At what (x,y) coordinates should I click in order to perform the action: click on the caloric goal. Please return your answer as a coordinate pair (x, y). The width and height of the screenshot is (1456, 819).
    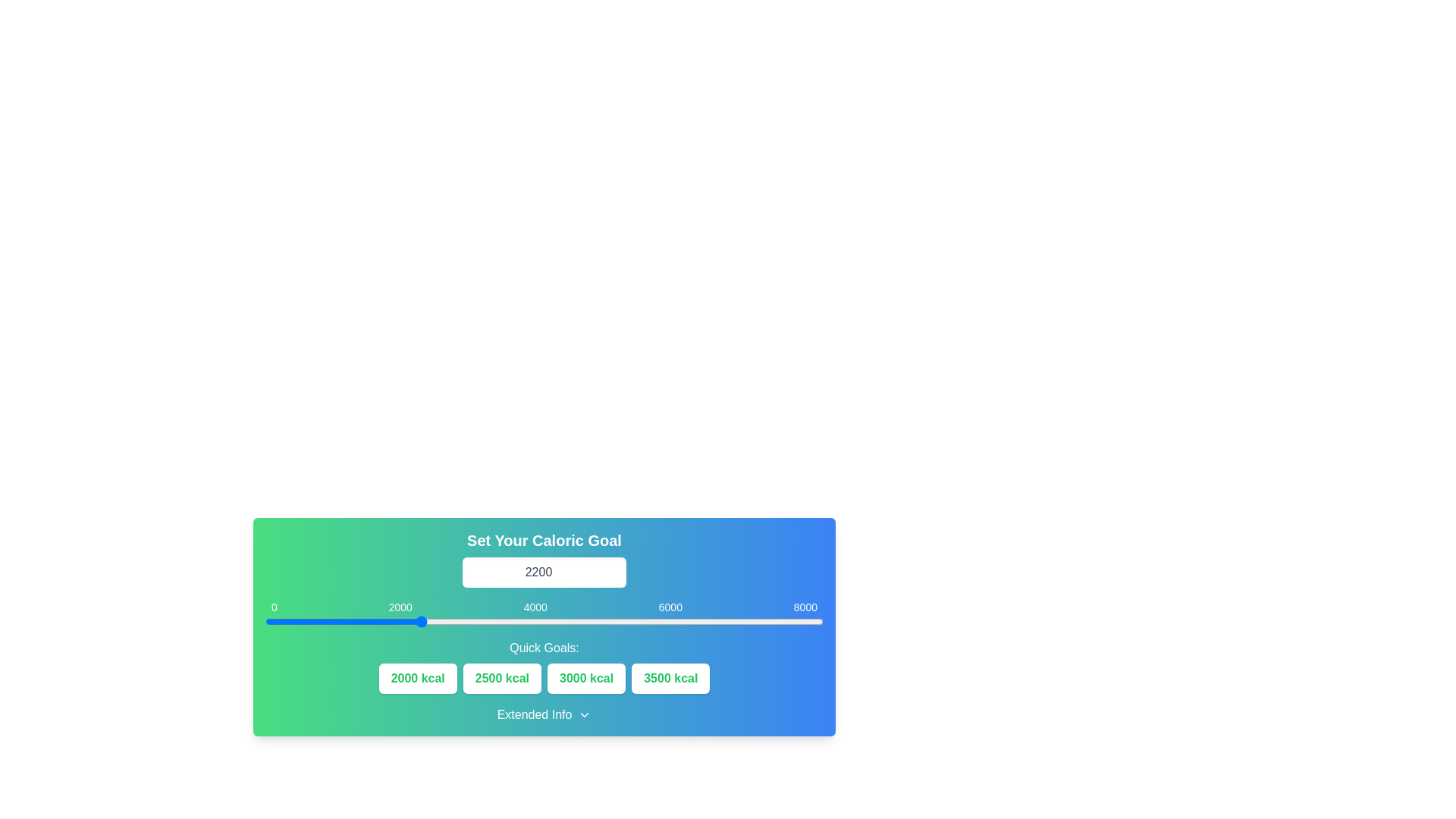
    Looking at the image, I should click on (297, 622).